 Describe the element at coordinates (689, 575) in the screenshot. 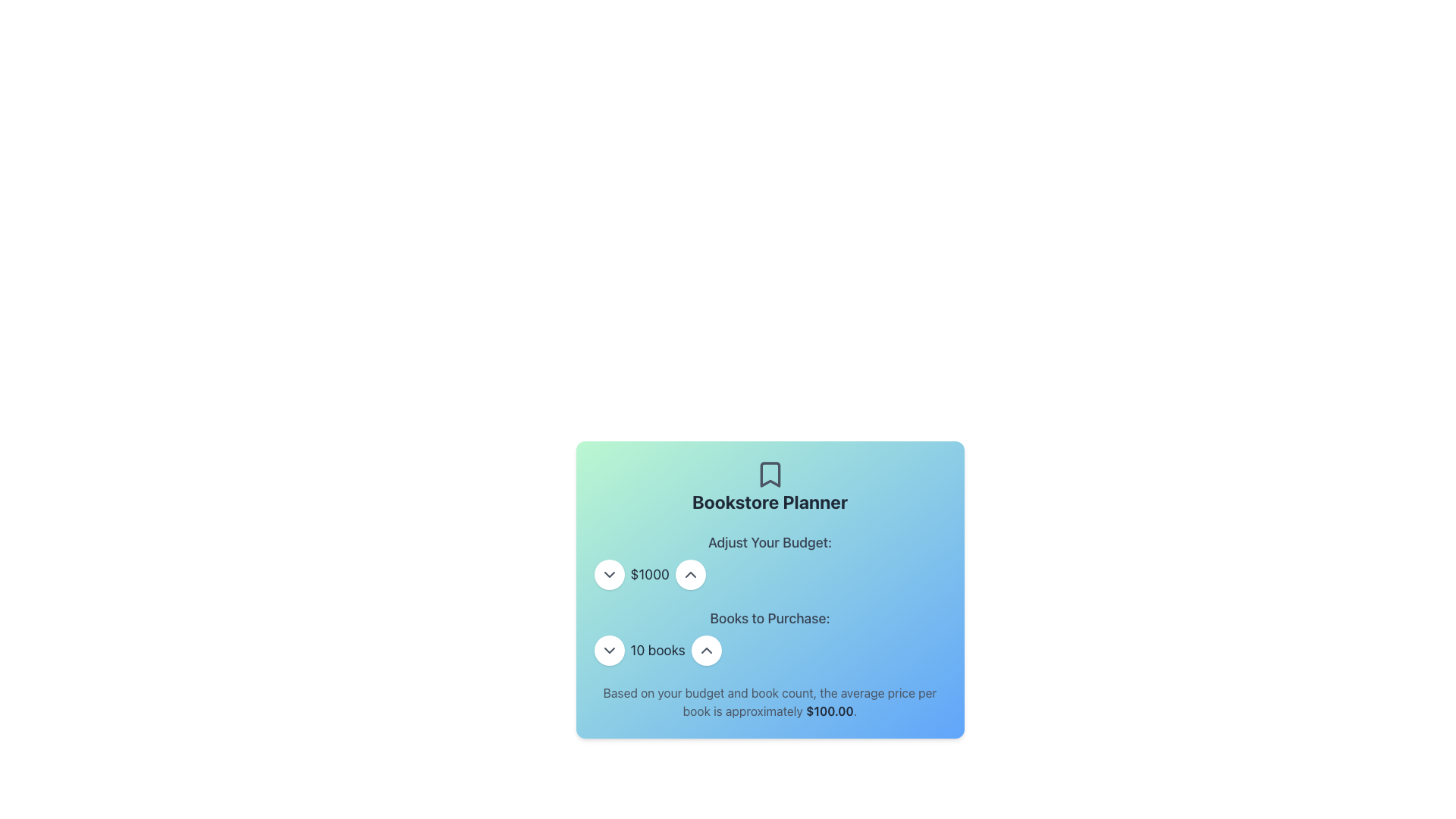

I see `the button located to the right of the '$1000' text to increase the budget` at that location.